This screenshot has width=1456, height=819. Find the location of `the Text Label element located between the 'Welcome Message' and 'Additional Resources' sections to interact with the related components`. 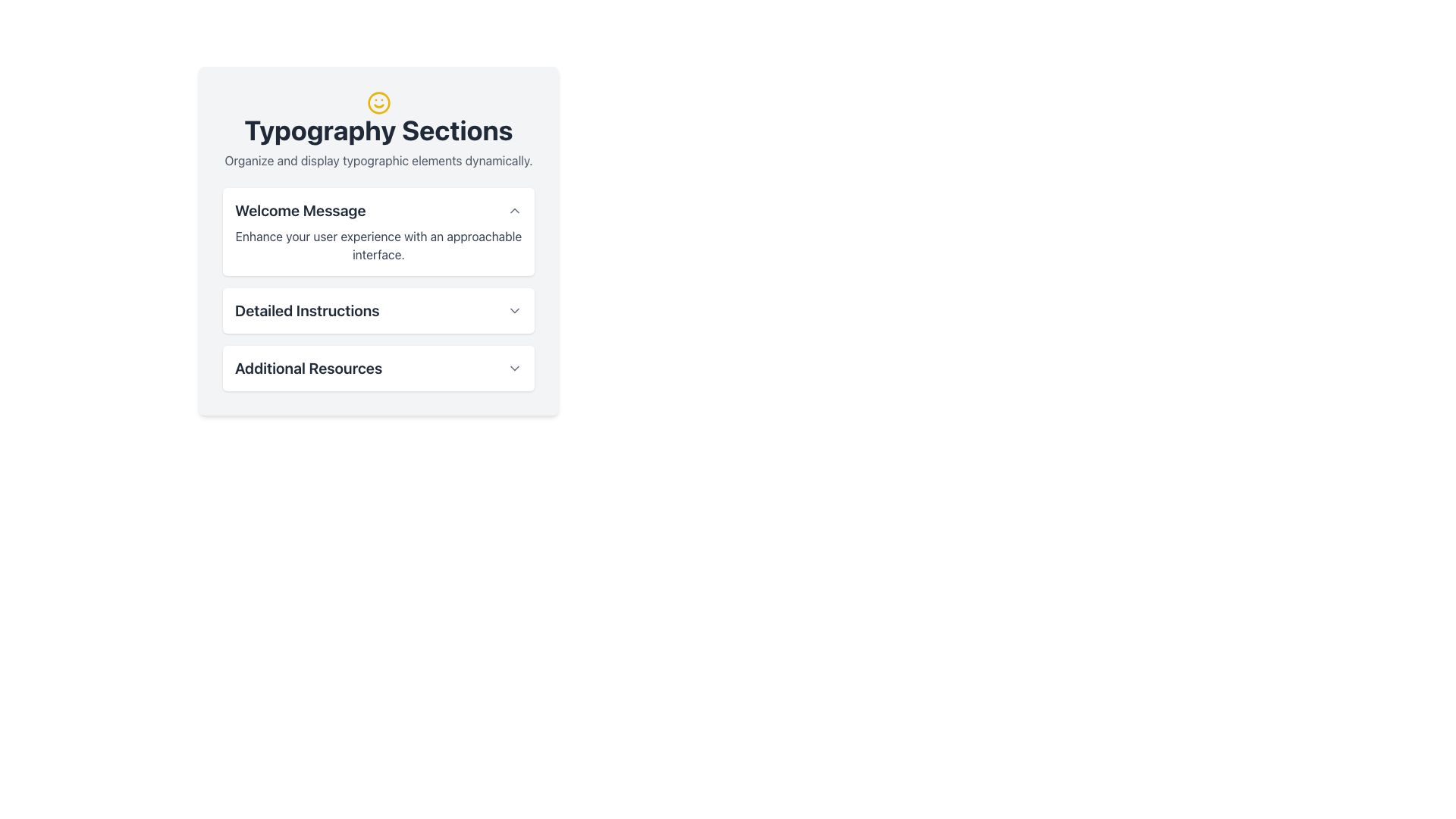

the Text Label element located between the 'Welcome Message' and 'Additional Resources' sections to interact with the related components is located at coordinates (306, 309).